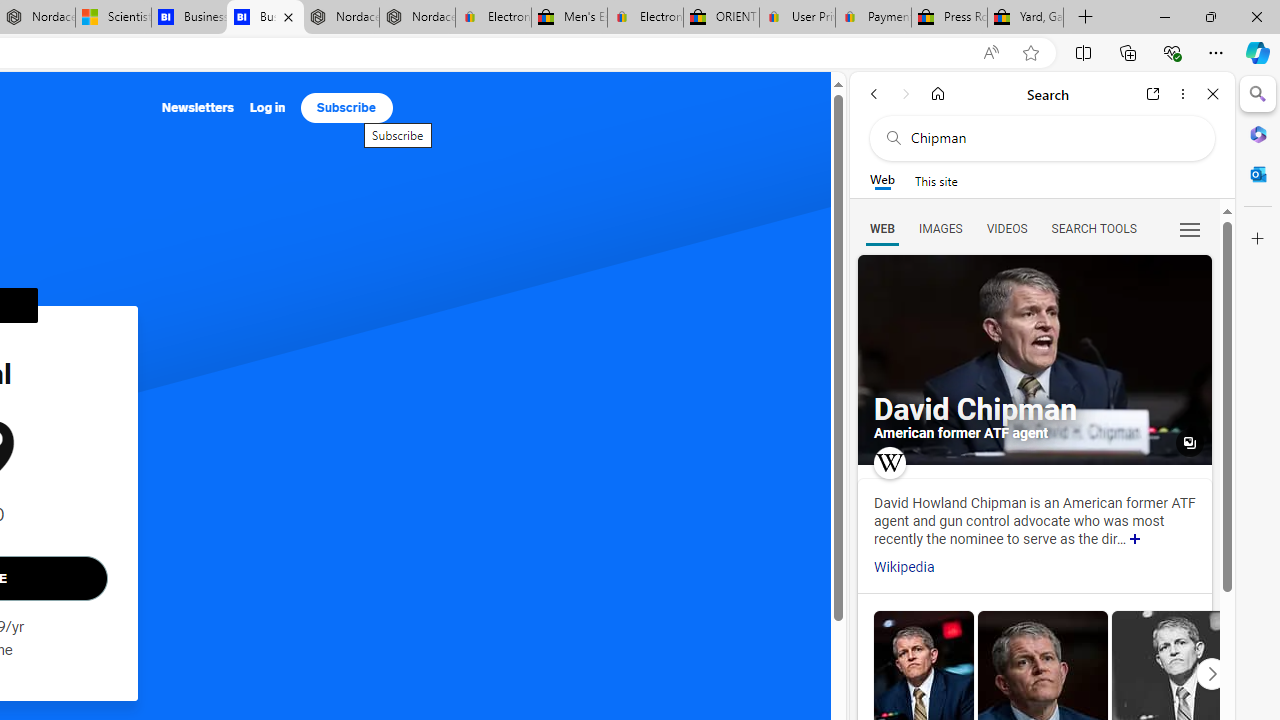  What do you see at coordinates (199, 108) in the screenshot?
I see `'Newsletters'` at bounding box center [199, 108].